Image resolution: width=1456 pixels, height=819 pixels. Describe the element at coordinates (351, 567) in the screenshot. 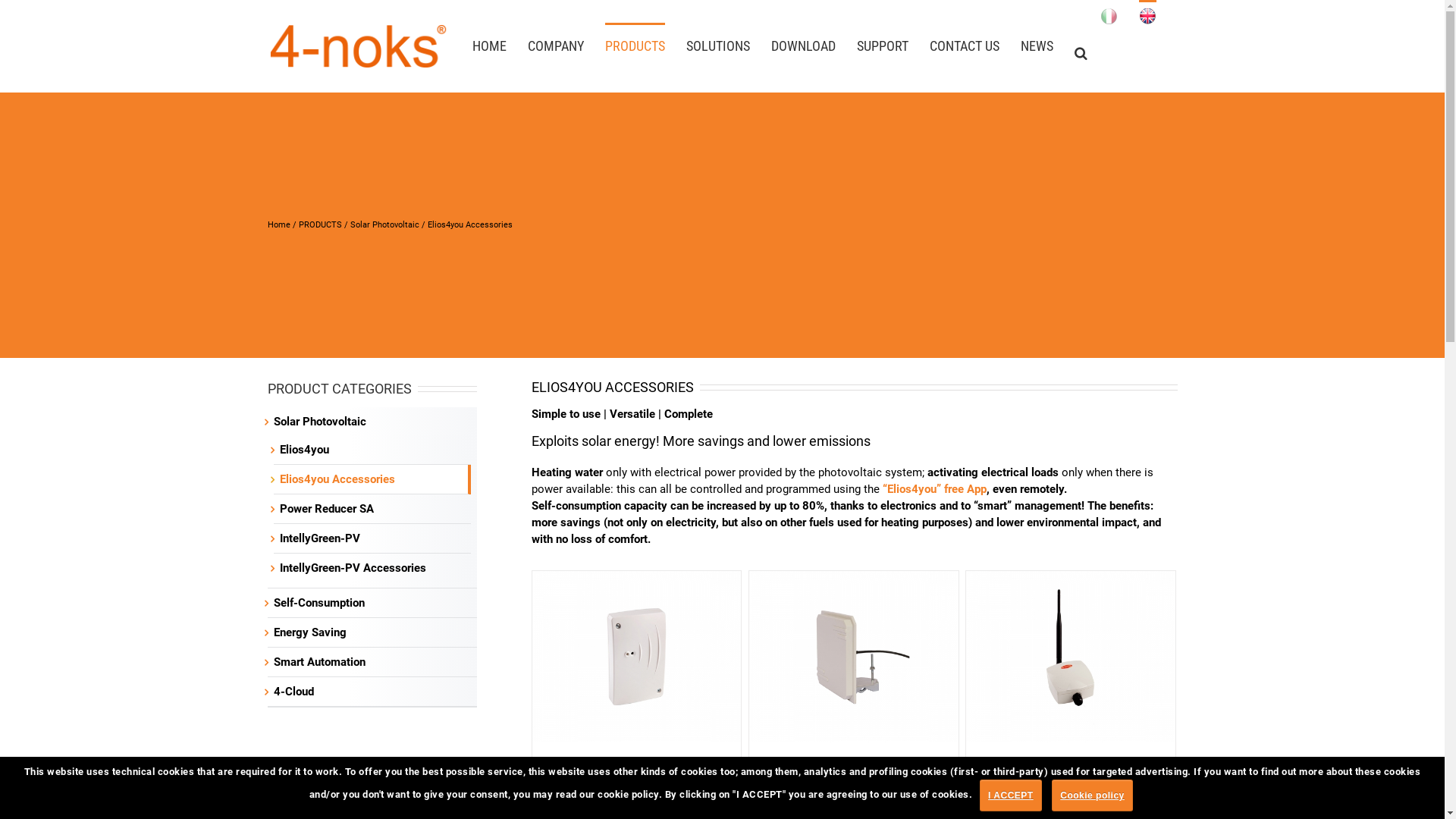

I see `'IntellyGreen-PV Accessories'` at that location.